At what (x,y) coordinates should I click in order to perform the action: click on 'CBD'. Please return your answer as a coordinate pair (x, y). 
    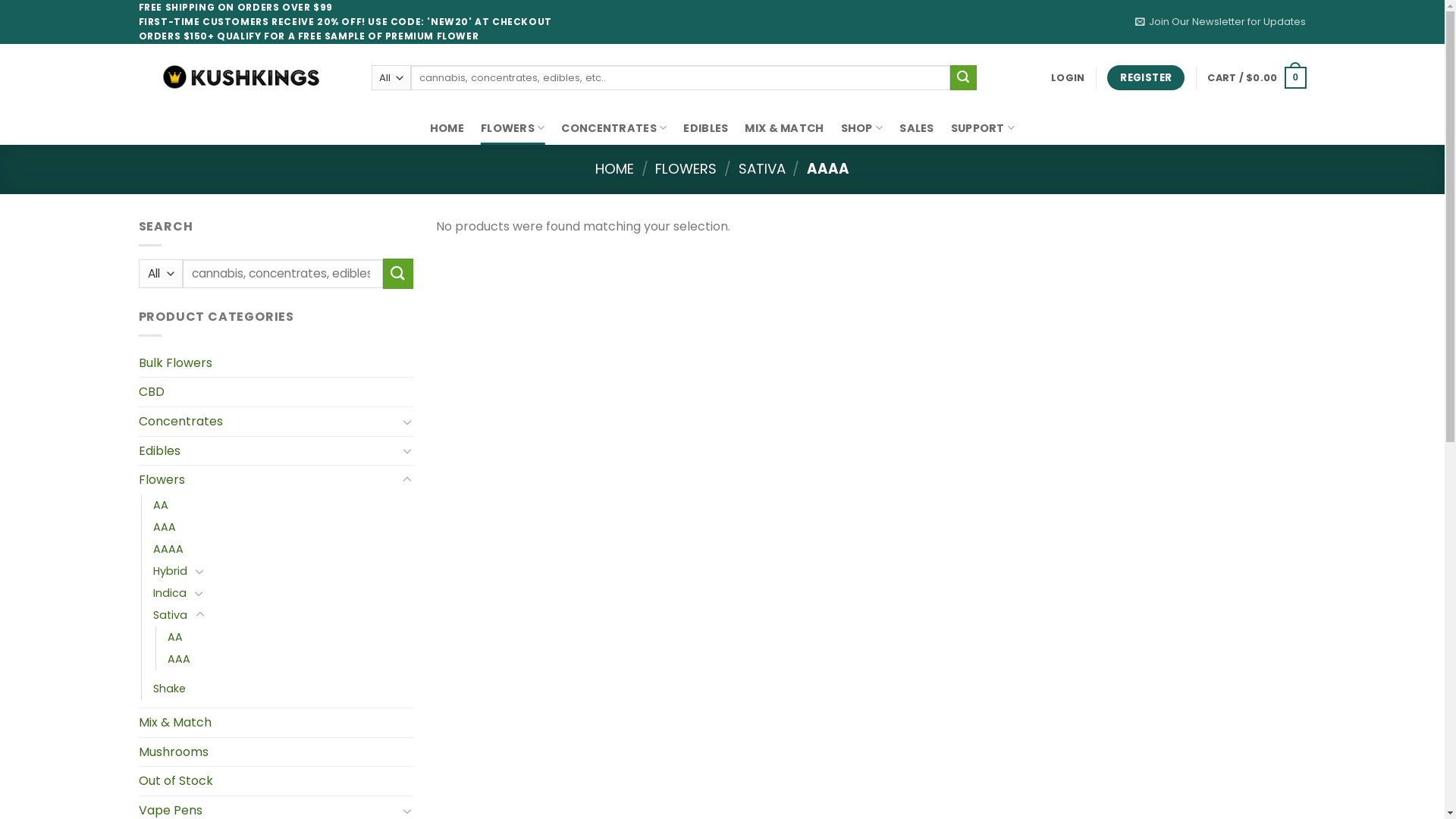
    Looking at the image, I should click on (275, 391).